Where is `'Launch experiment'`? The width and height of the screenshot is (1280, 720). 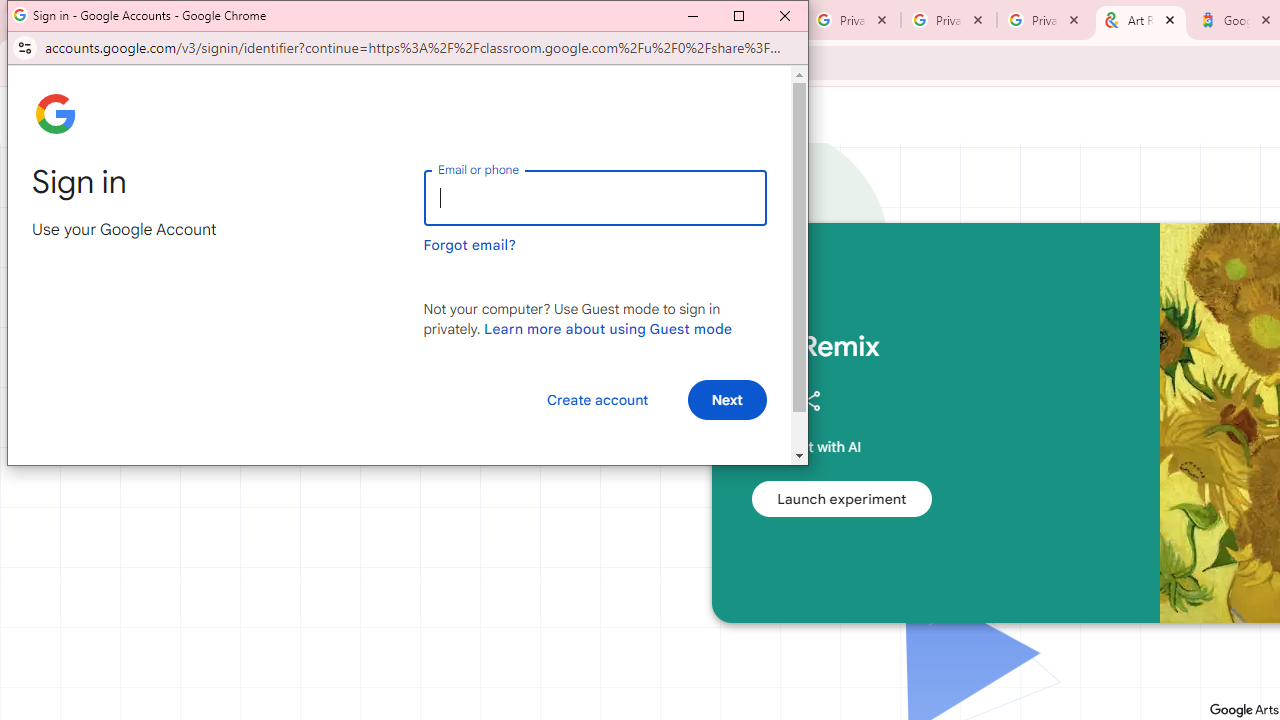 'Launch experiment' is located at coordinates (841, 497).